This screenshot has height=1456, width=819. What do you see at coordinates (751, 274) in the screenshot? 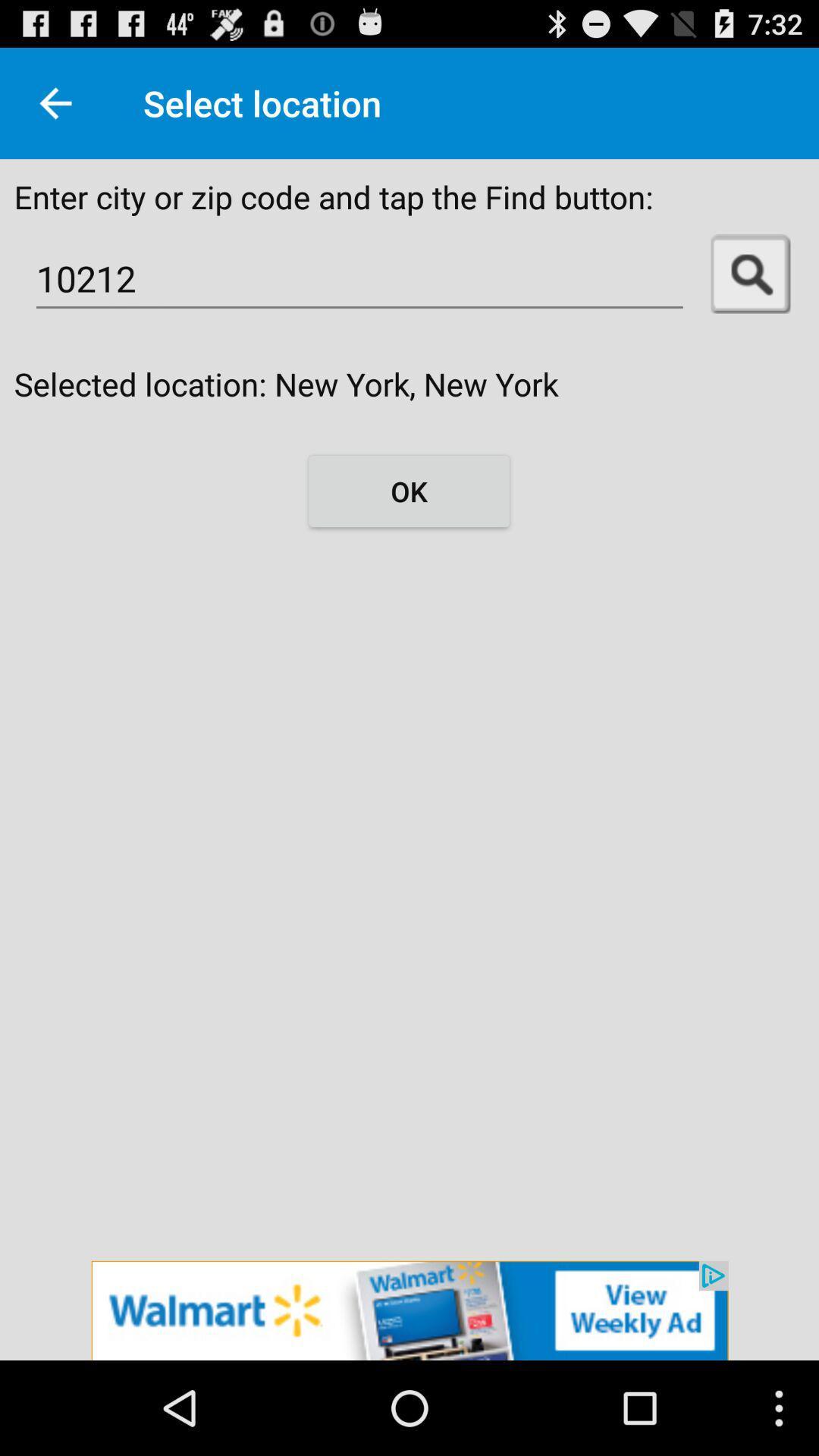
I see `search for location` at bounding box center [751, 274].